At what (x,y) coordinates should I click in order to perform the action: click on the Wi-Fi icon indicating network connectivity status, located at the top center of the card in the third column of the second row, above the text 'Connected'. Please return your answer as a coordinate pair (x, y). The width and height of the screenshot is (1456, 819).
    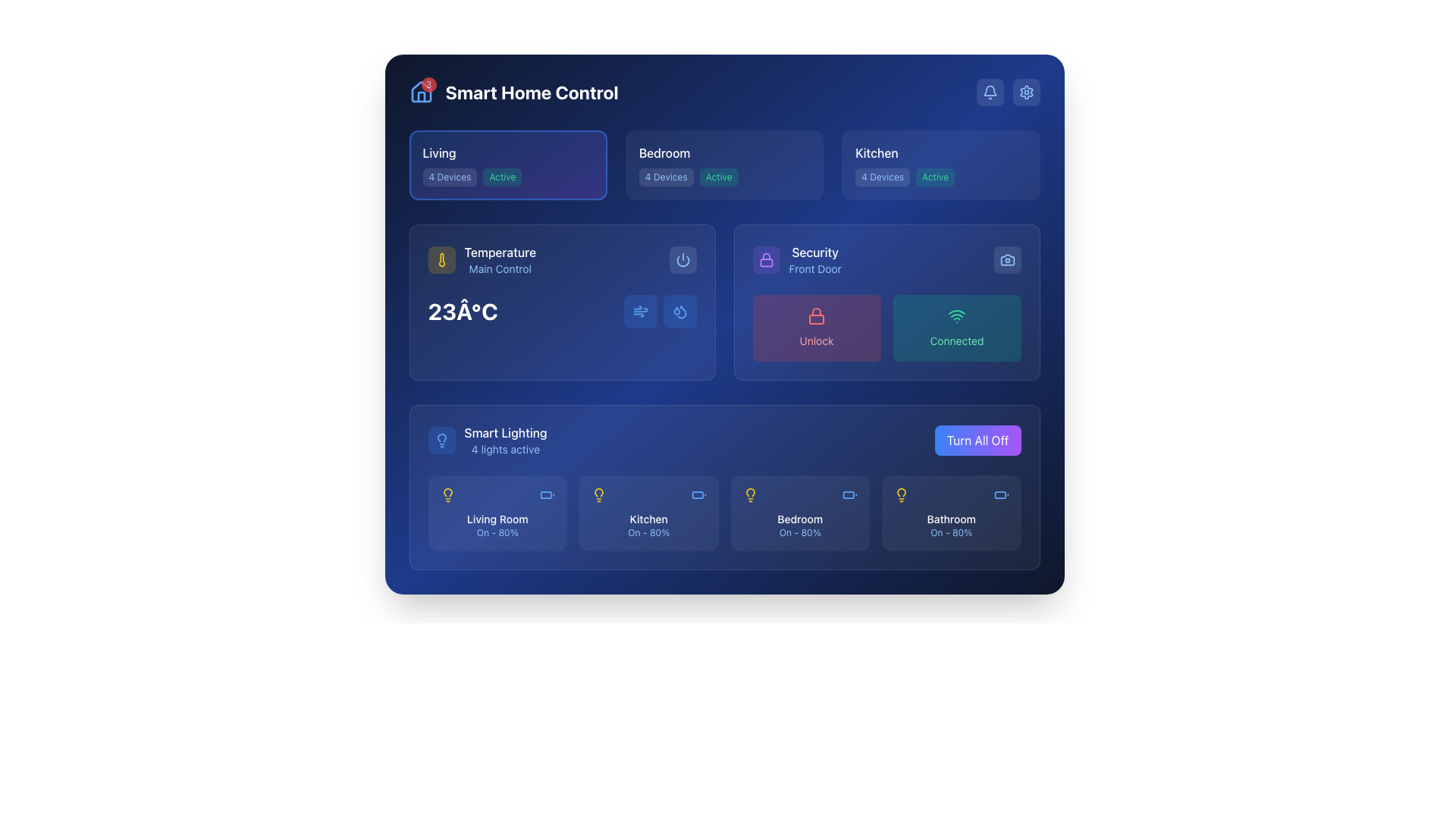
    Looking at the image, I should click on (956, 315).